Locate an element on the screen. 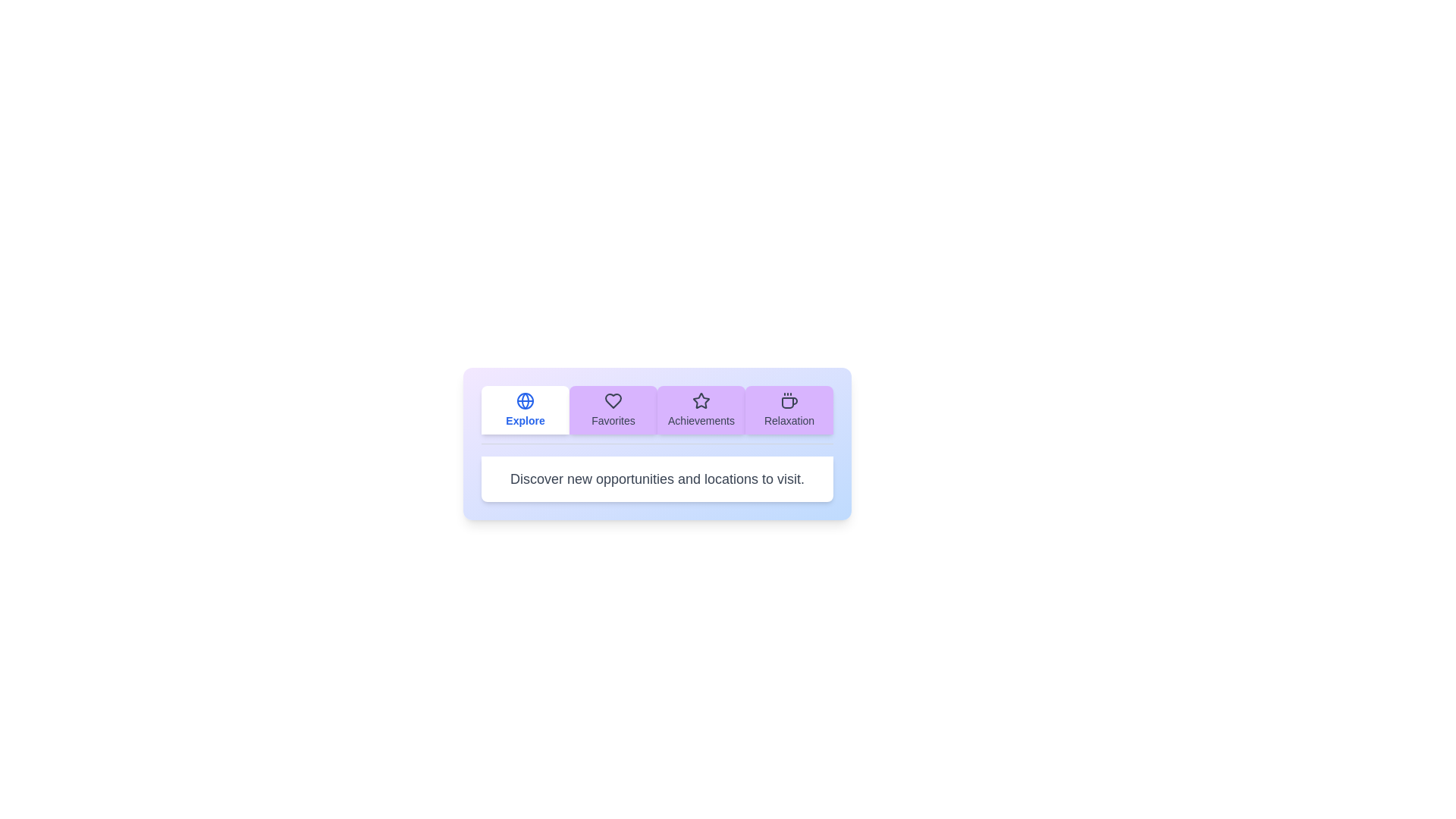 Image resolution: width=1456 pixels, height=819 pixels. the tab labeled Achievements to view its content is located at coordinates (701, 409).